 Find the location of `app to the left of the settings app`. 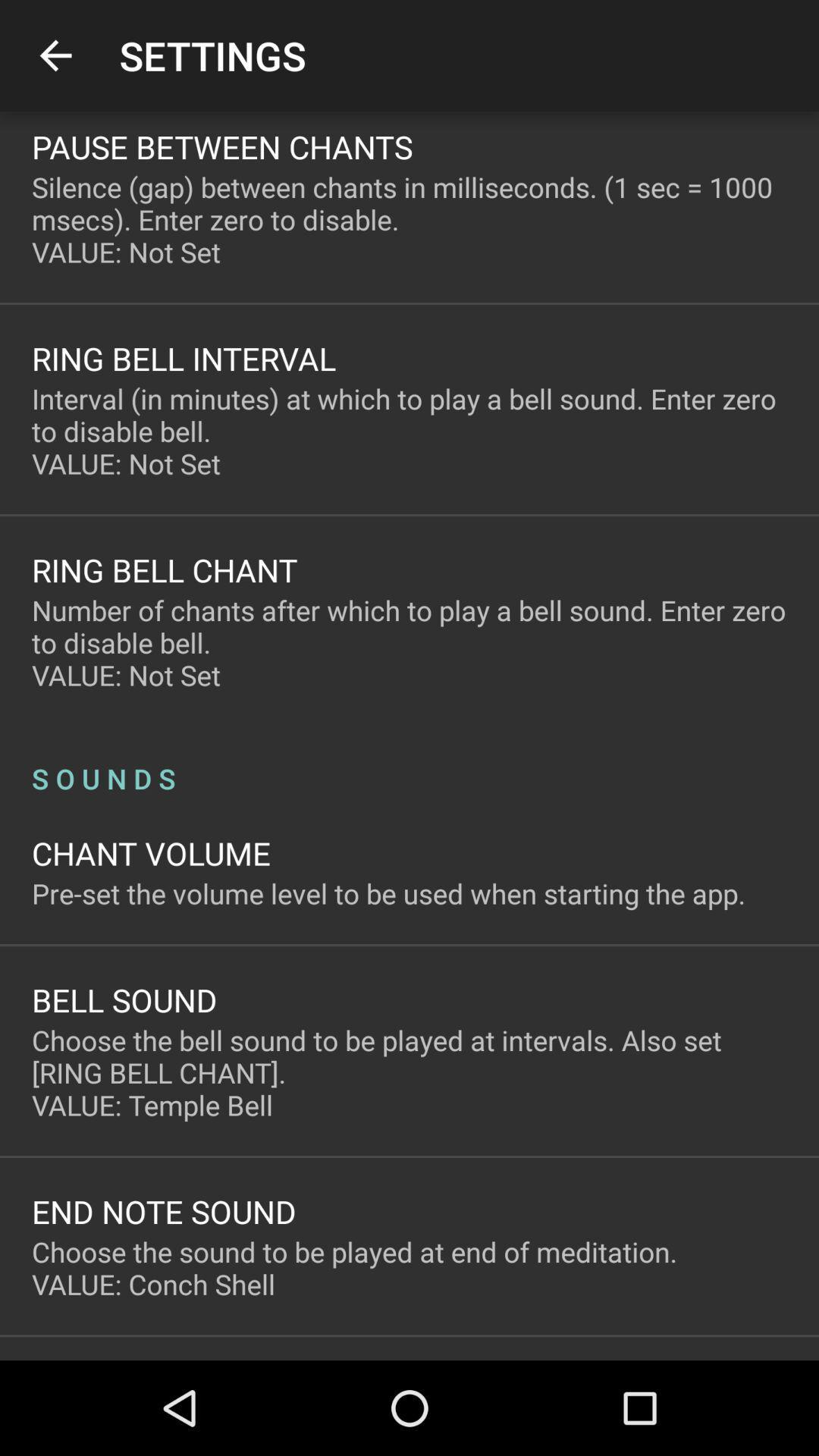

app to the left of the settings app is located at coordinates (55, 55).